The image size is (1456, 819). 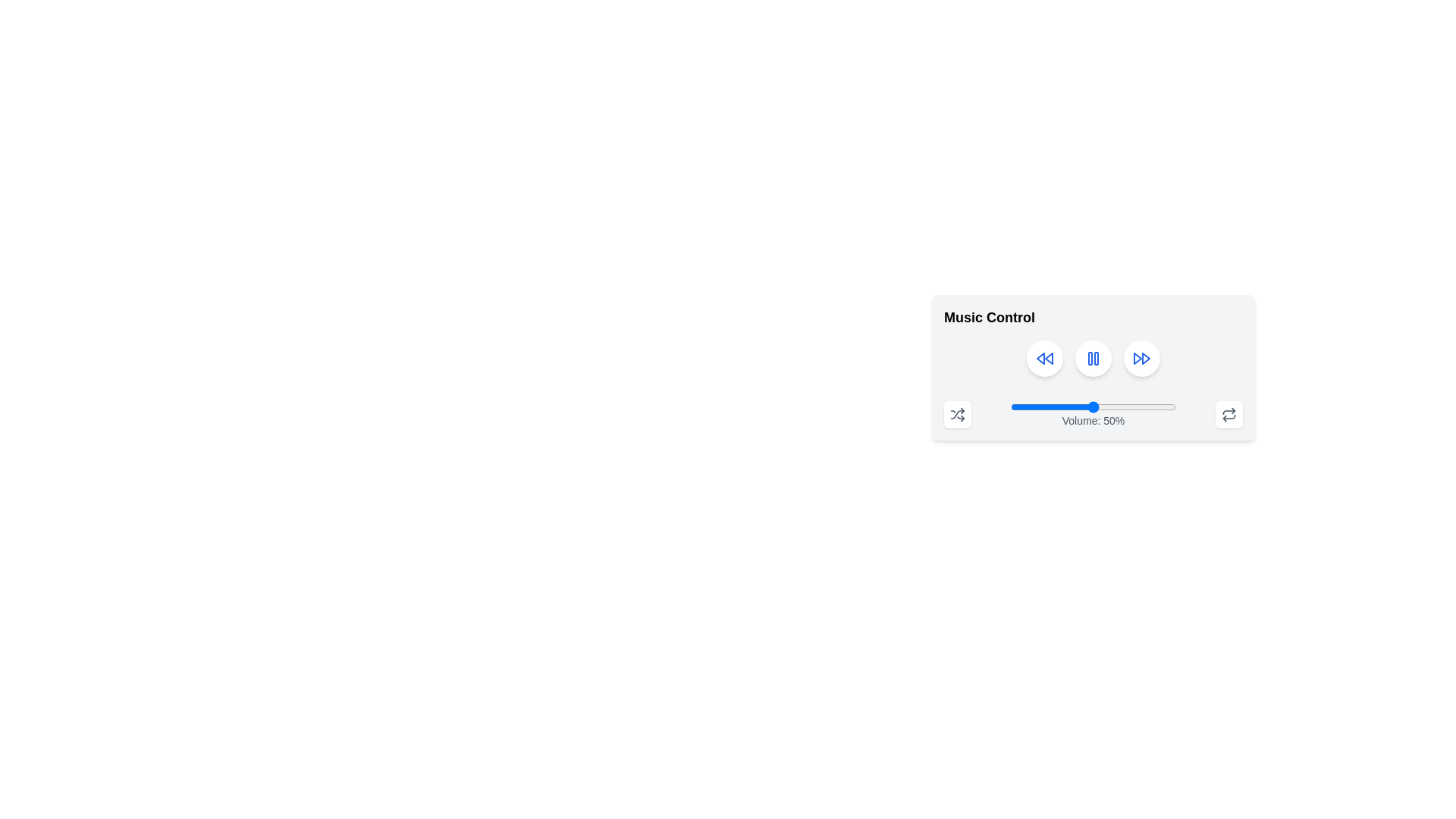 I want to click on the horizontal slider control with a blue thumb positioned at the 50% mark to change the volume, so click(x=1093, y=406).